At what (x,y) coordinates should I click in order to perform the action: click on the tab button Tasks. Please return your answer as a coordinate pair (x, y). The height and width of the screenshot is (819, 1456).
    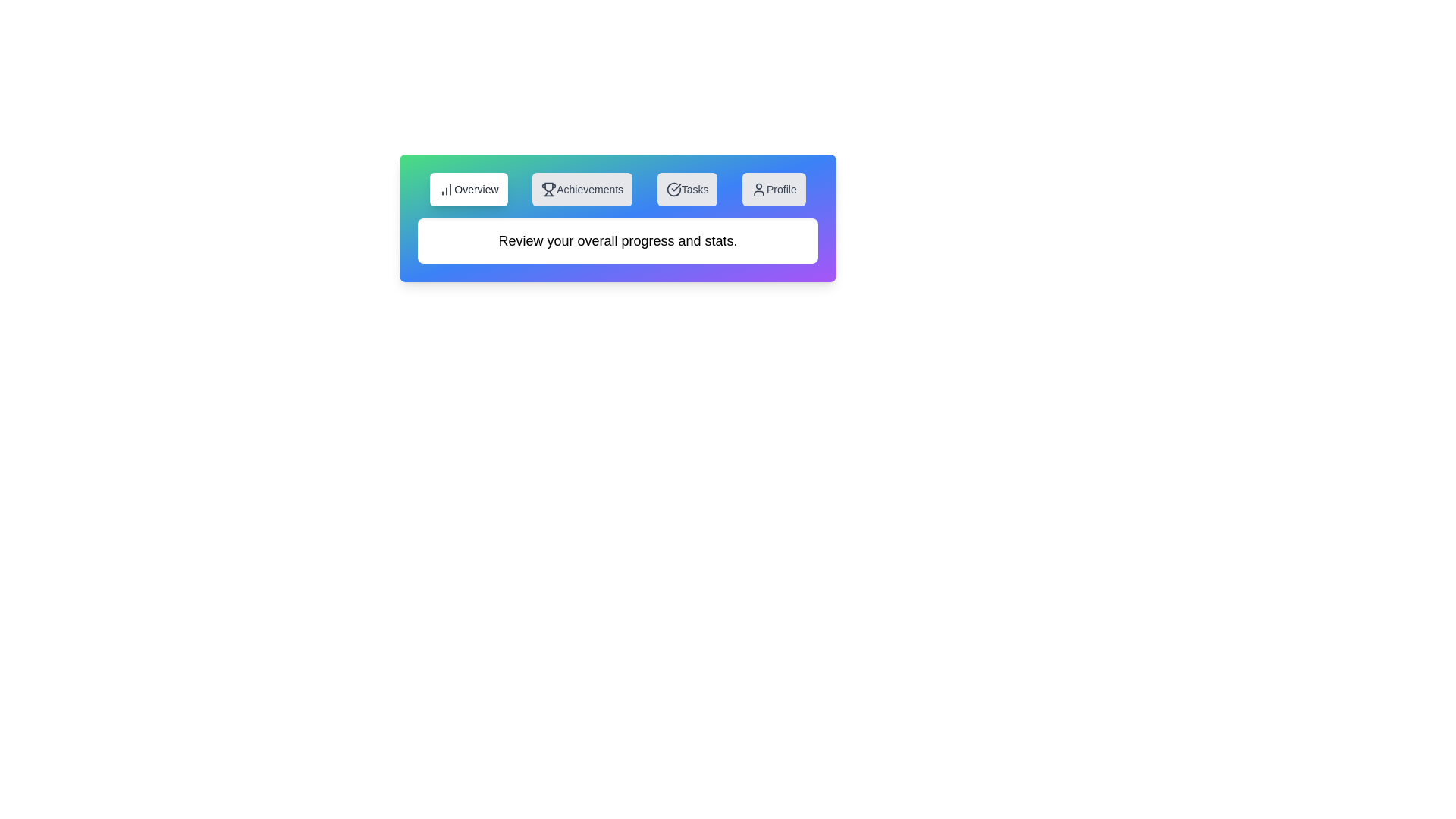
    Looking at the image, I should click on (686, 189).